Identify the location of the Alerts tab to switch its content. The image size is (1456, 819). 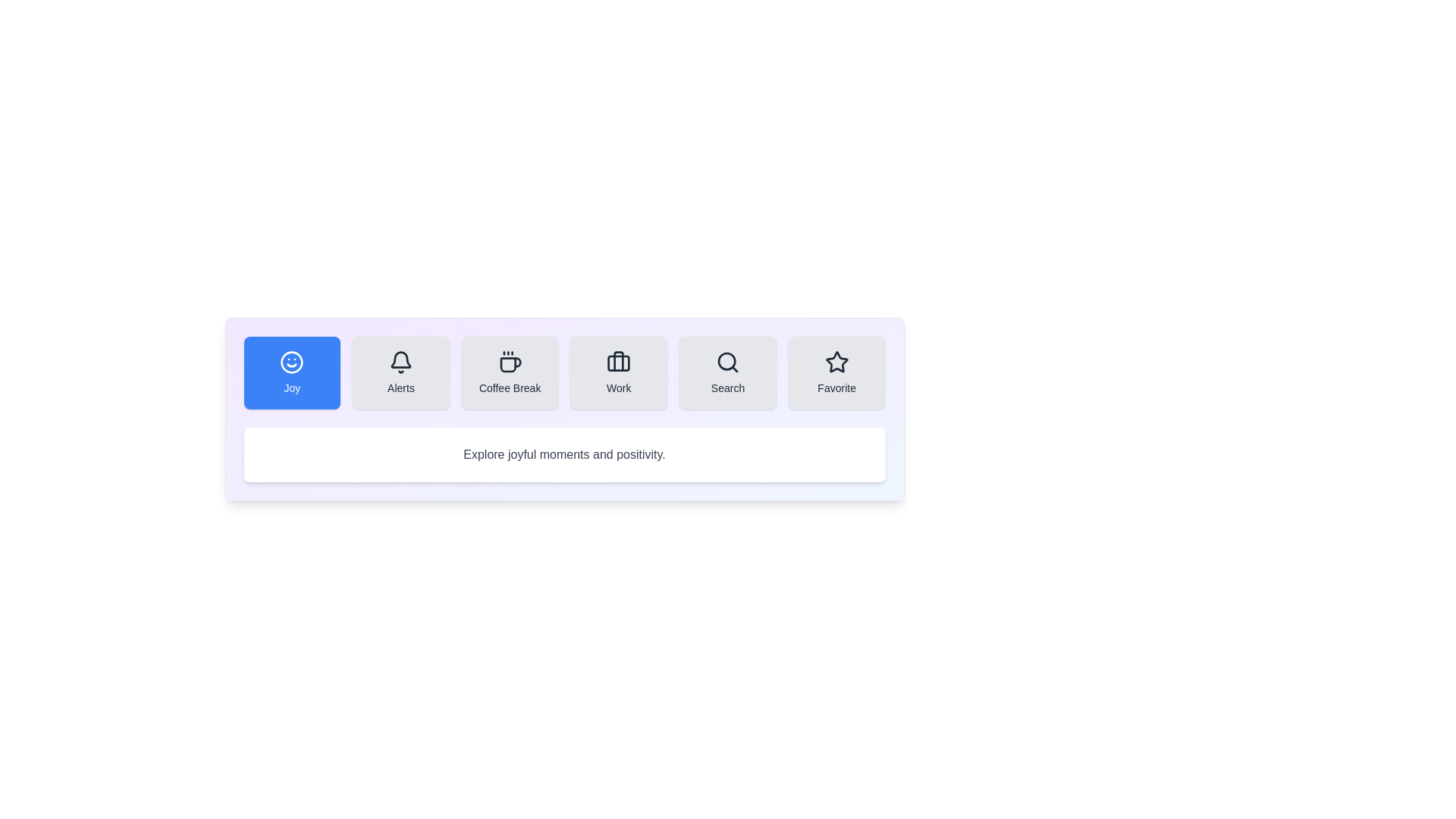
(400, 373).